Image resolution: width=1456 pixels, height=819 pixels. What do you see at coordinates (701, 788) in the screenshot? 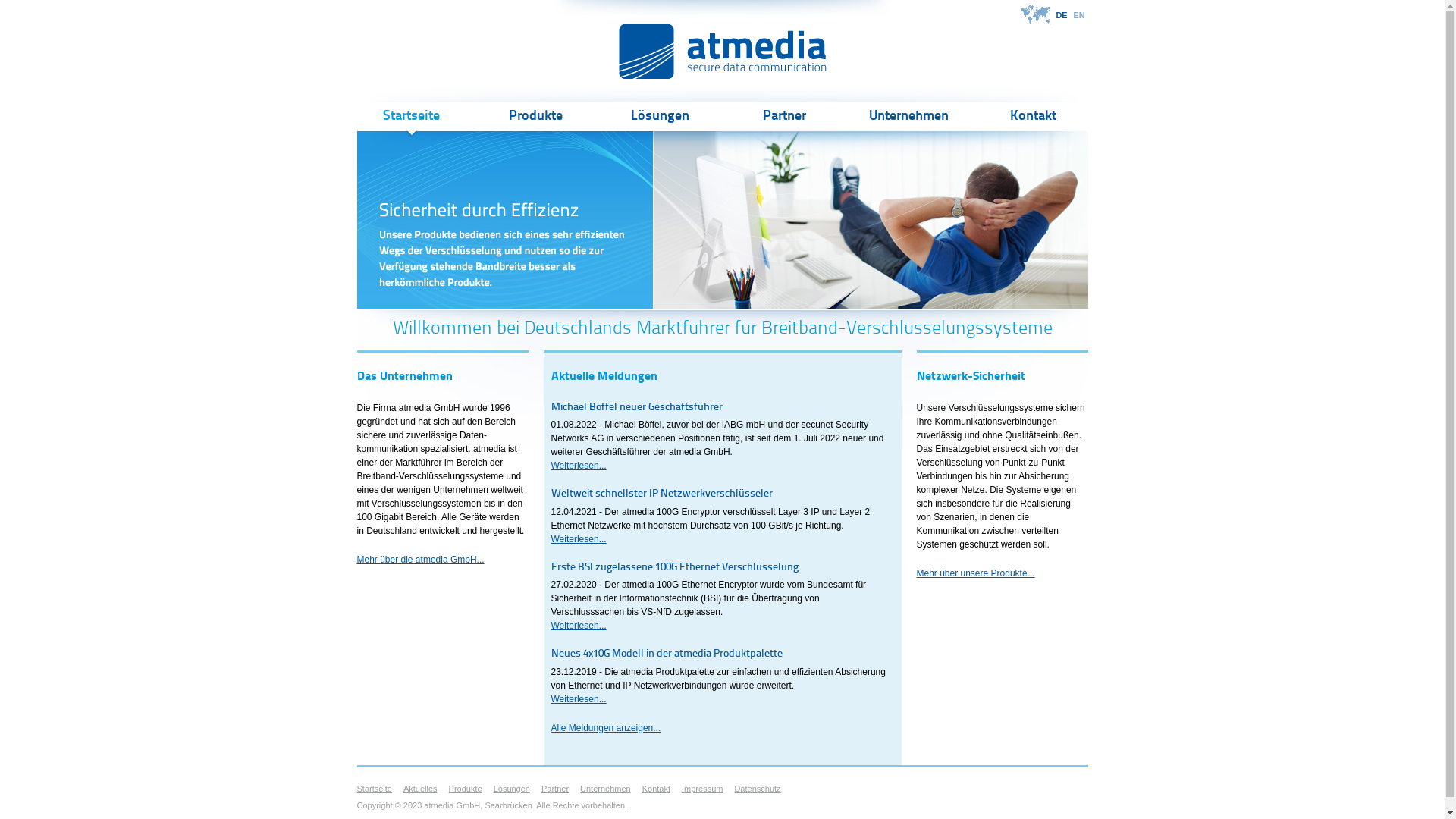
I see `'Impressum'` at bounding box center [701, 788].